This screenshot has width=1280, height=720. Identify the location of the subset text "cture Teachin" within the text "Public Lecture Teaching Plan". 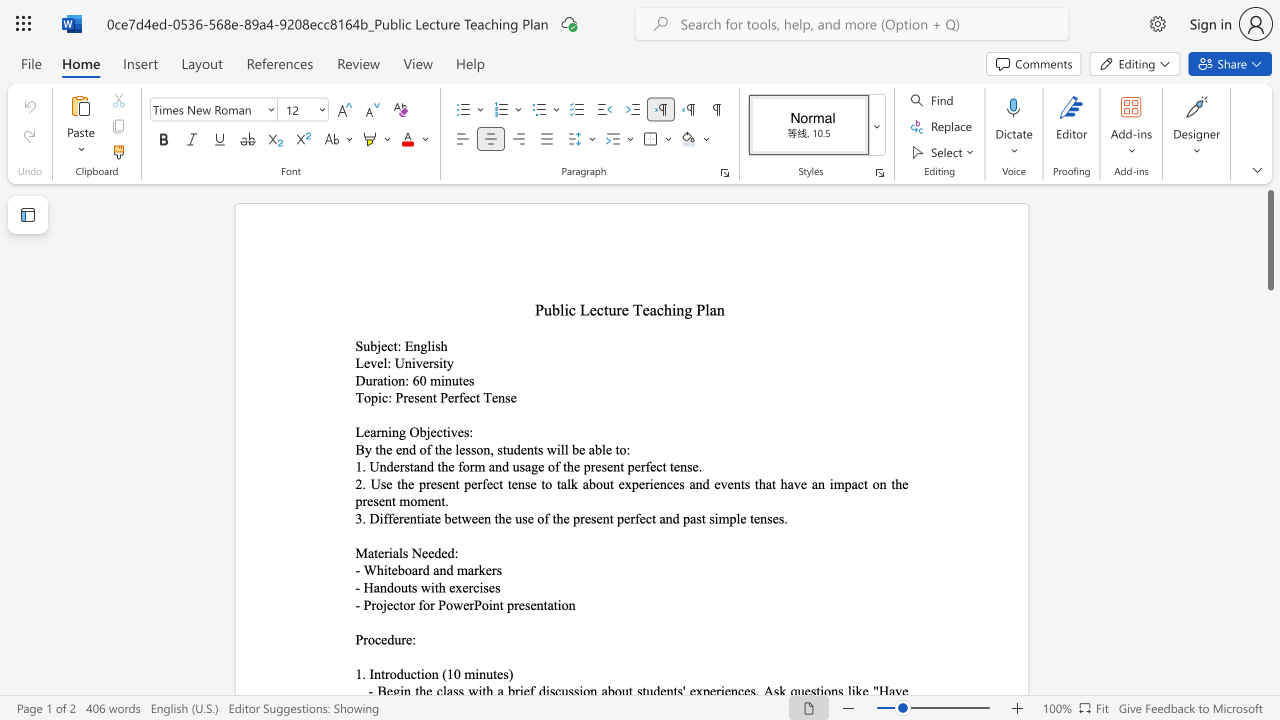
(595, 310).